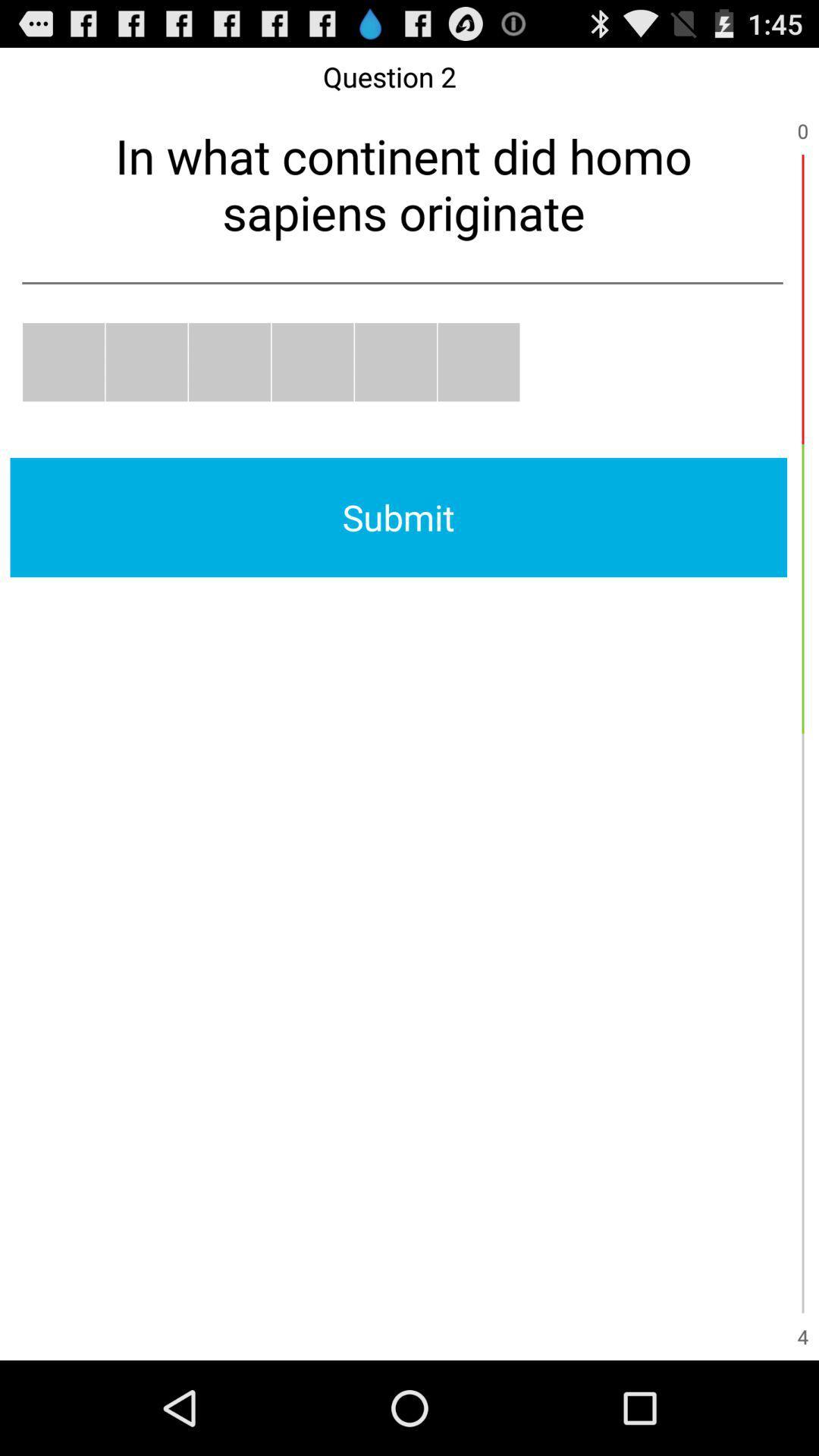  Describe the element at coordinates (146, 361) in the screenshot. I see `input letter` at that location.